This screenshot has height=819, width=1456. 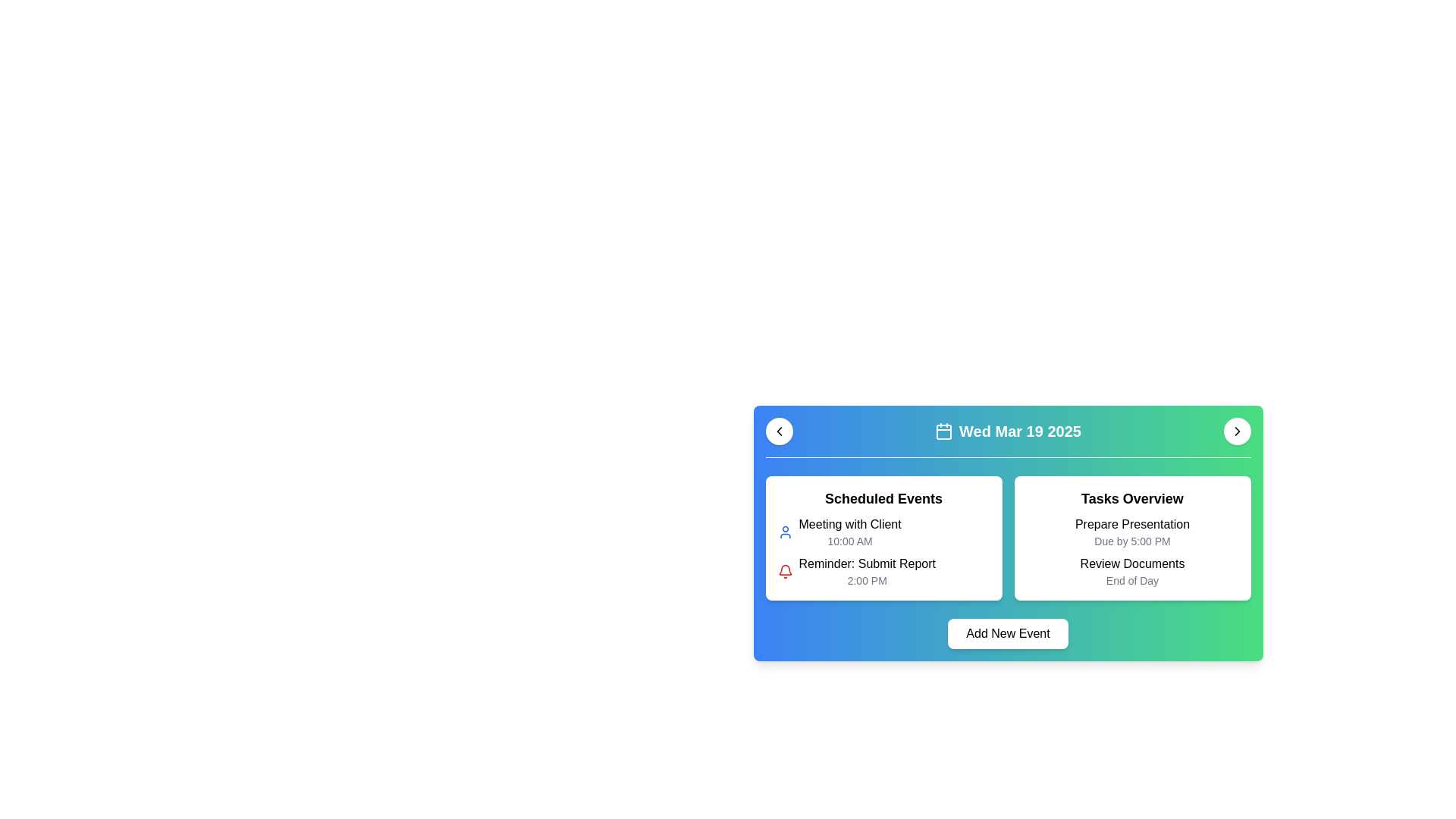 I want to click on notification text label for the task 'Submit Report' located in the 'Scheduled Events' section, below the 'Meeting with Client' entry, so click(x=867, y=564).